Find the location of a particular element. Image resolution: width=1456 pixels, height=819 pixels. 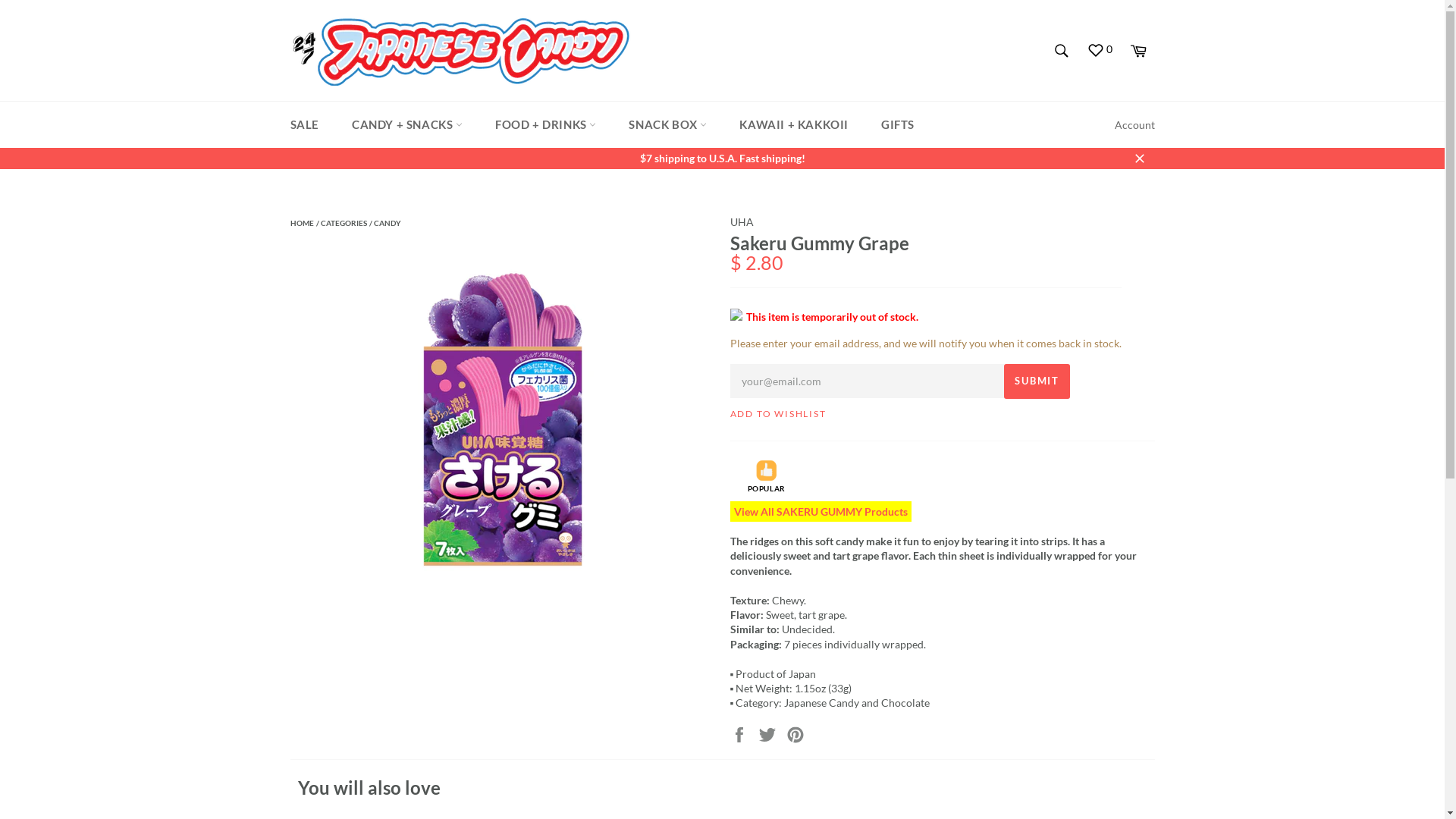

'ADD TO WISHLIST' is located at coordinates (777, 413).